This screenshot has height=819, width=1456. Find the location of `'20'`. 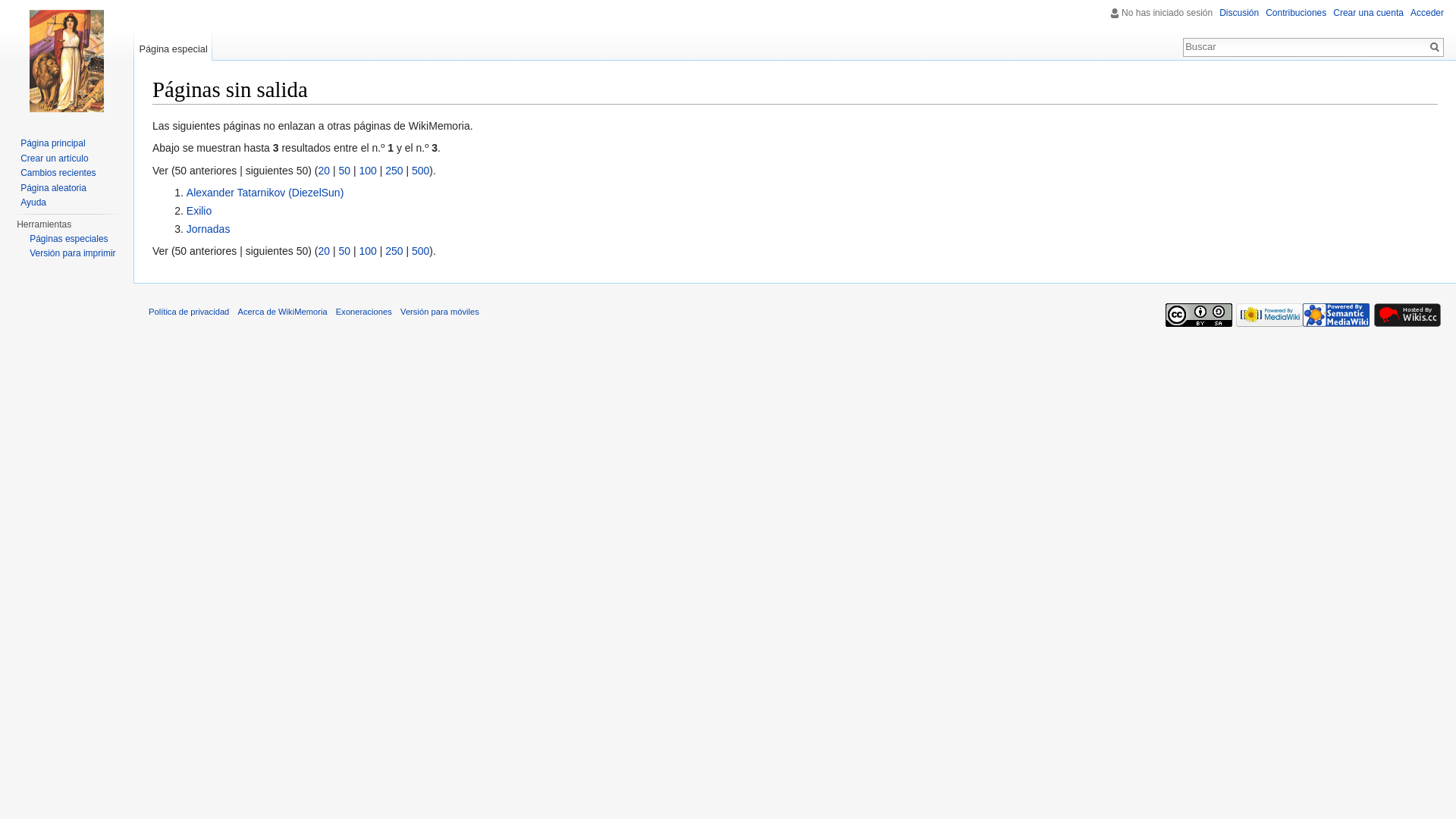

'20' is located at coordinates (316, 250).